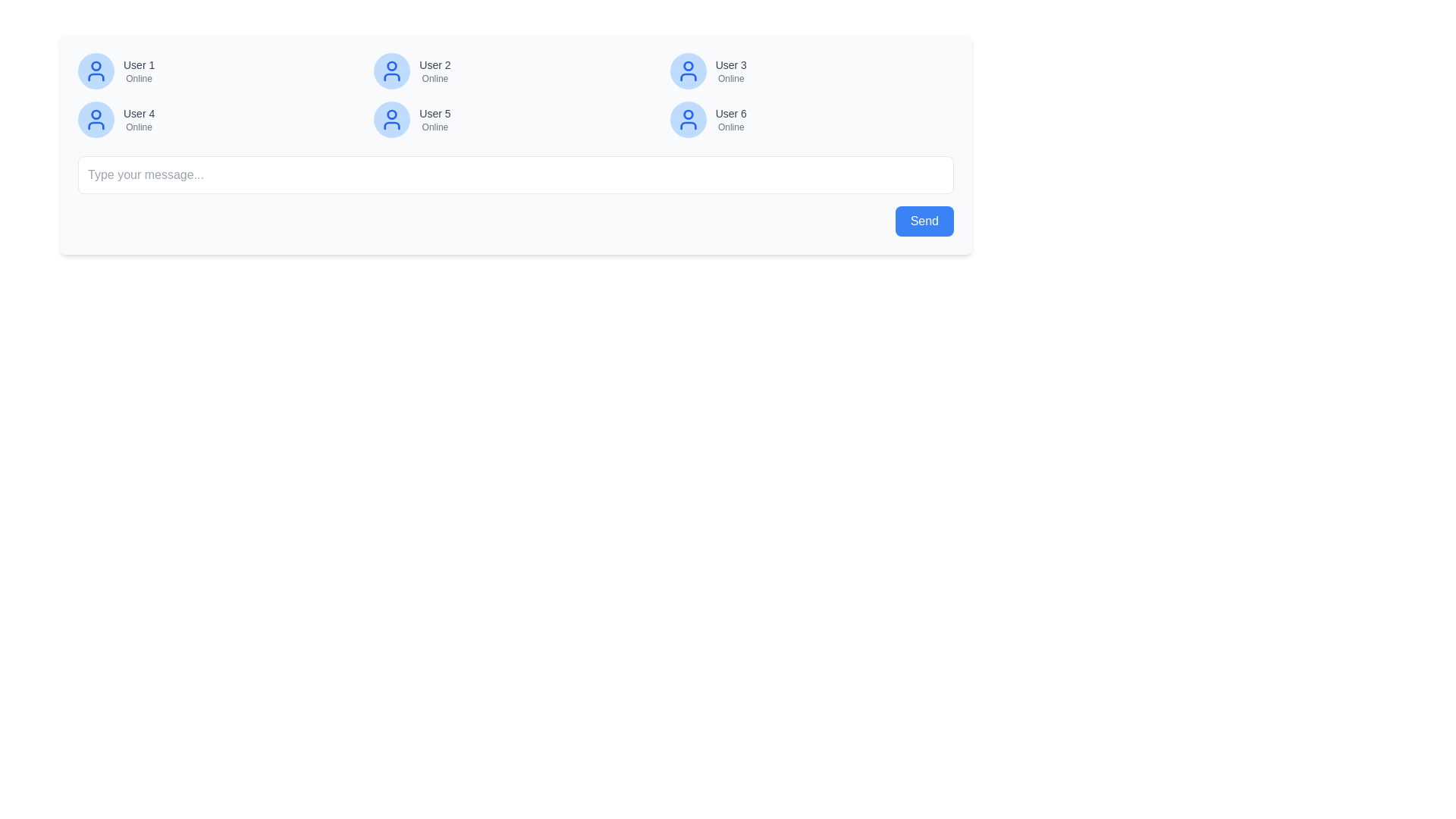 The height and width of the screenshot is (819, 1456). Describe the element at coordinates (139, 127) in the screenshot. I see `the text label indicating the online status of 'User 4', which is located directly below the name 'User 4' in the user information section` at that location.